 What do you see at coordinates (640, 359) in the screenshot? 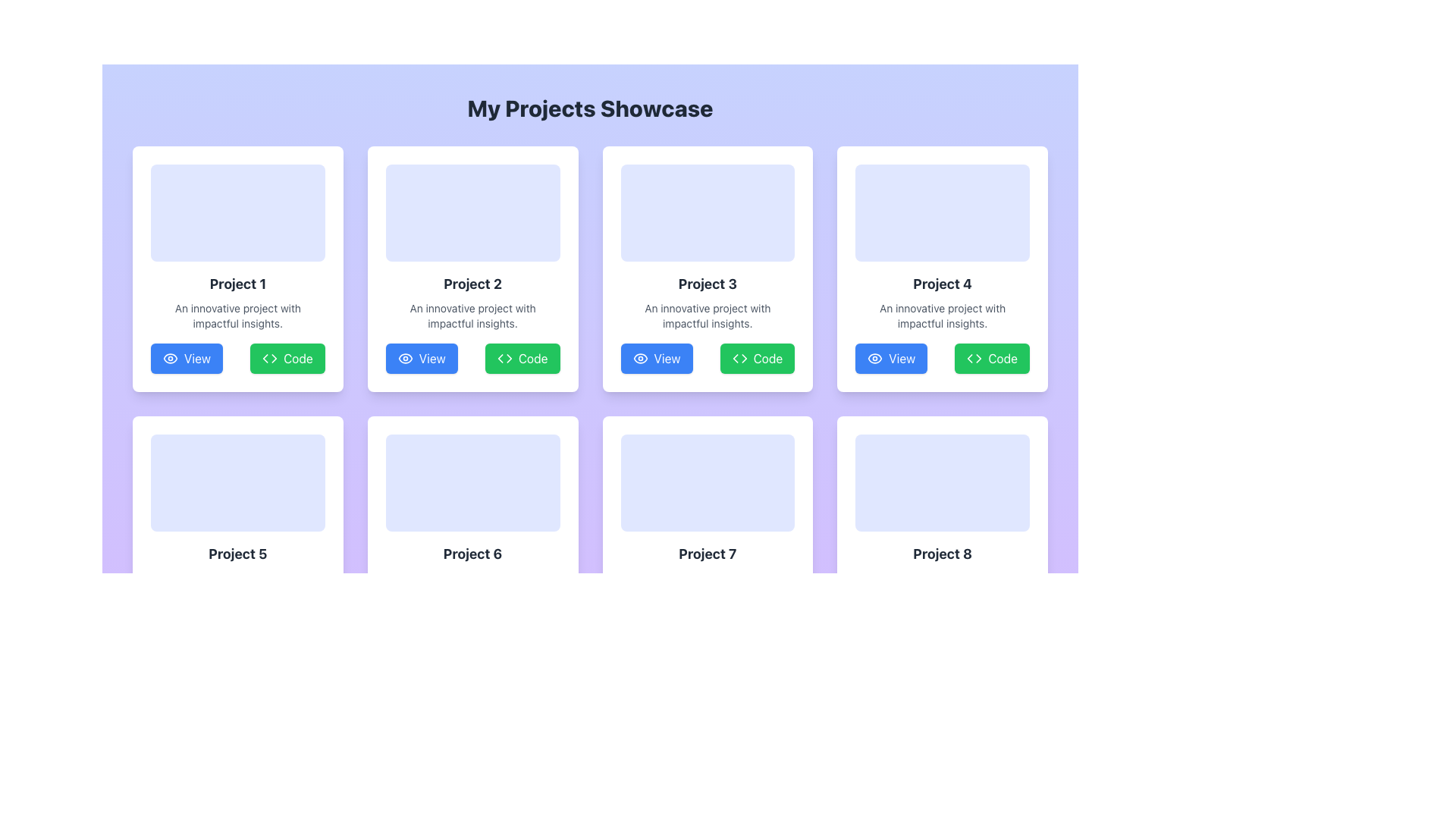
I see `the 'View' icon in the button labeled 'View' for 'Project 3' located in the third column of the first row of the grid layout` at bounding box center [640, 359].